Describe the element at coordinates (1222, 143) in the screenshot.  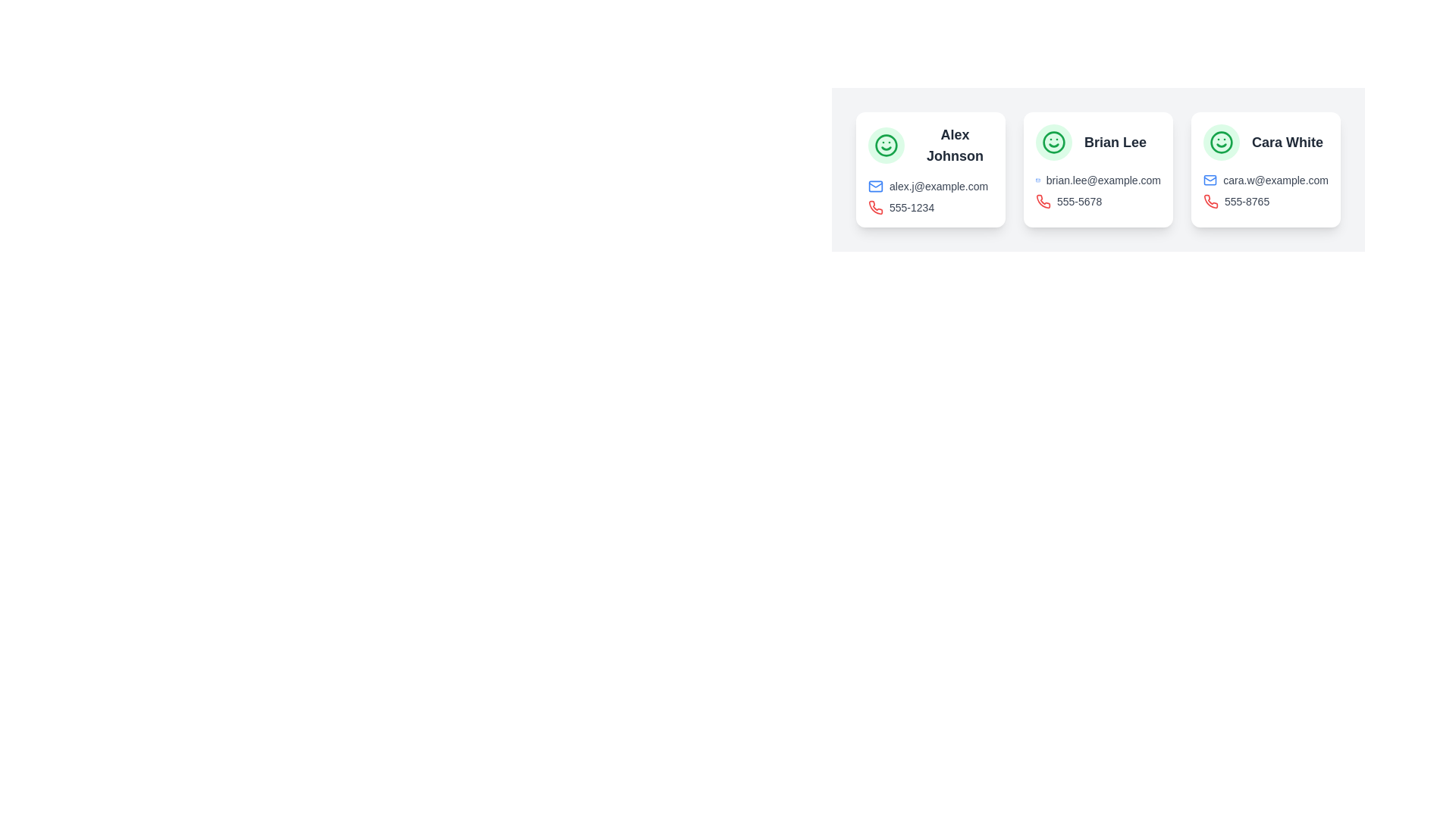
I see `the green circular icon with a smiling face located in the top-left corner of the 'Cara White' card, positioned to the left of the person's name` at that location.